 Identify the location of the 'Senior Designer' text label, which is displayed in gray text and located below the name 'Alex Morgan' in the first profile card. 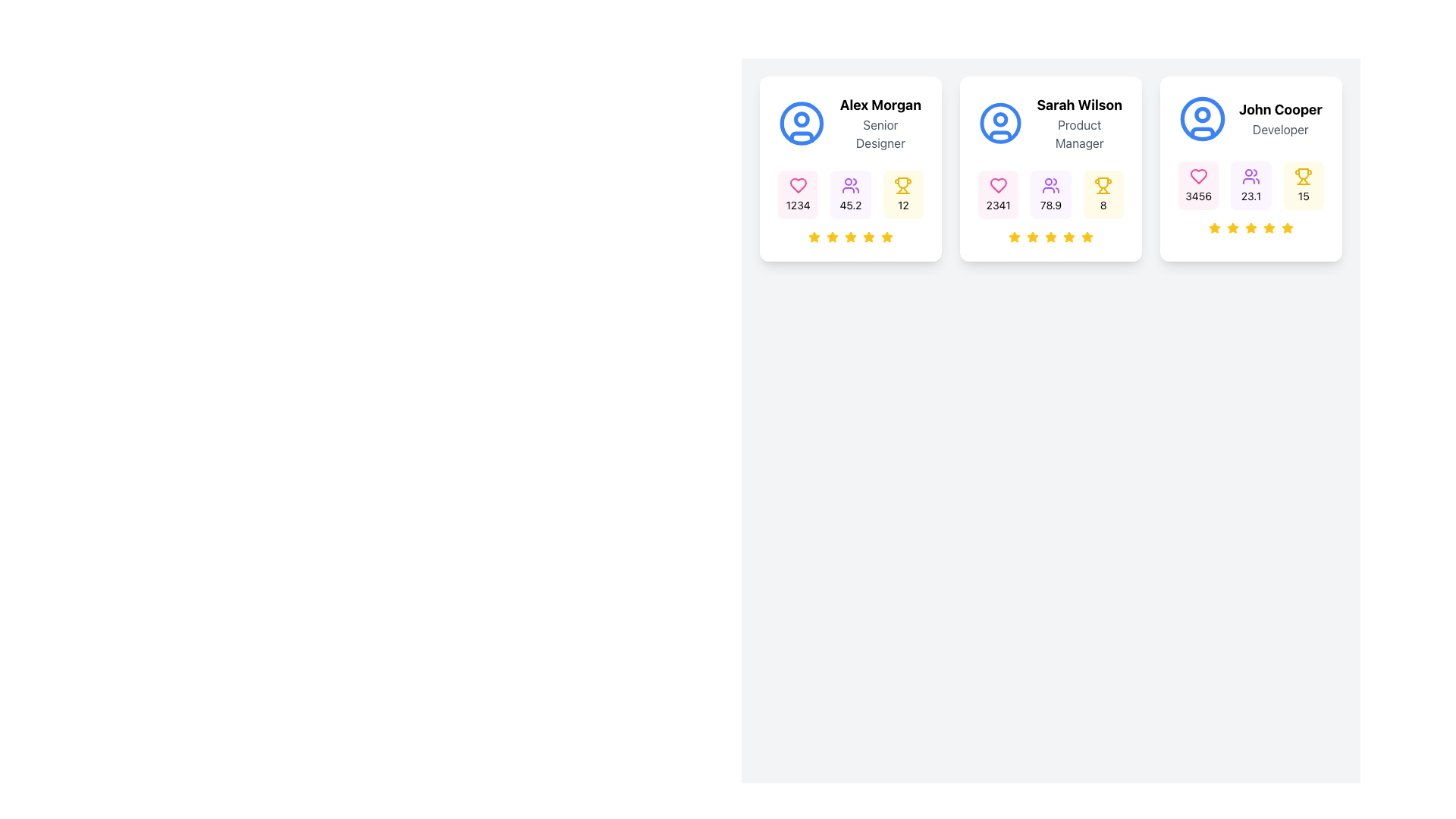
(880, 133).